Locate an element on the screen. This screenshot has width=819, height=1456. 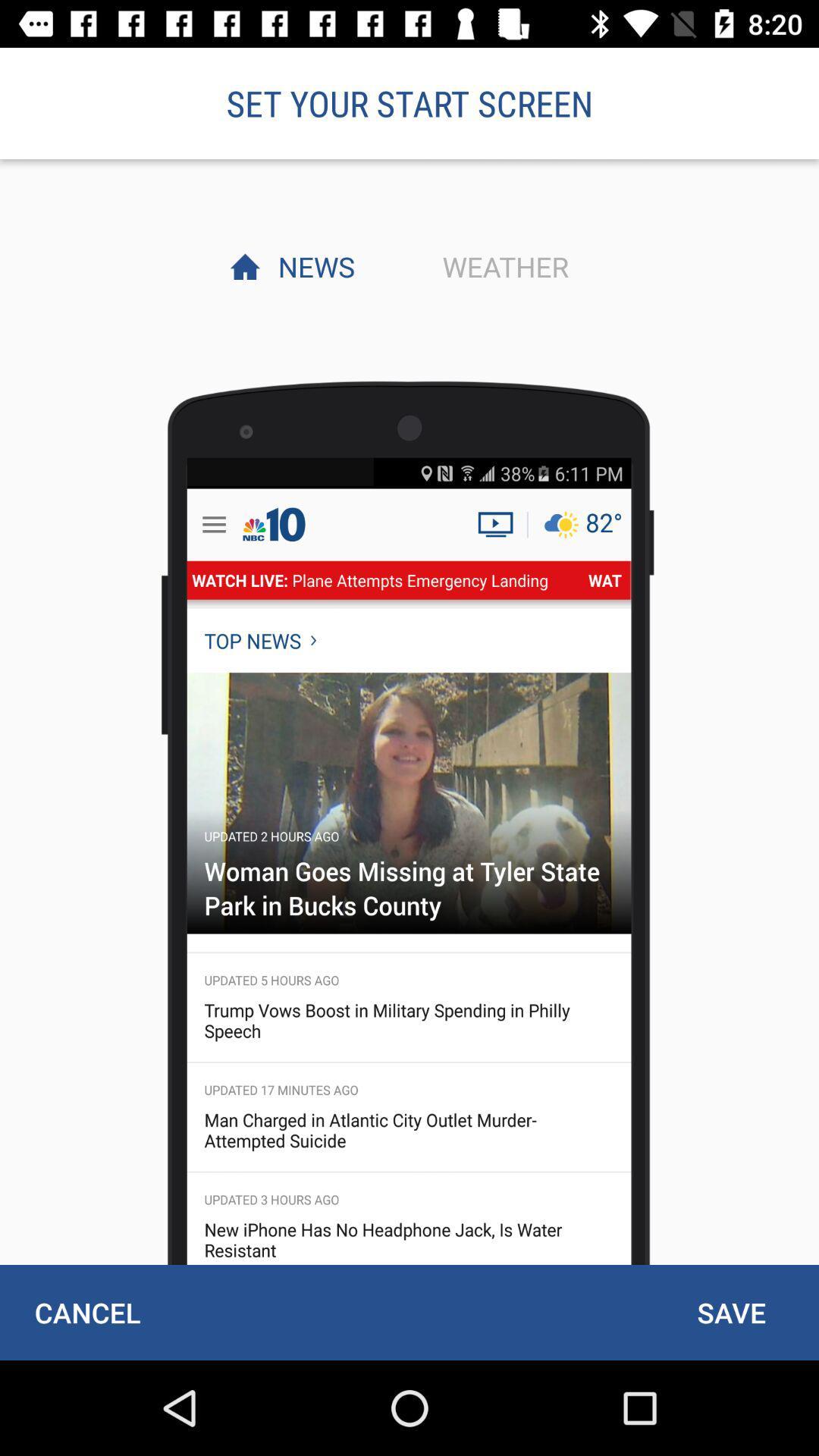
the item to the left of save is located at coordinates (87, 1312).